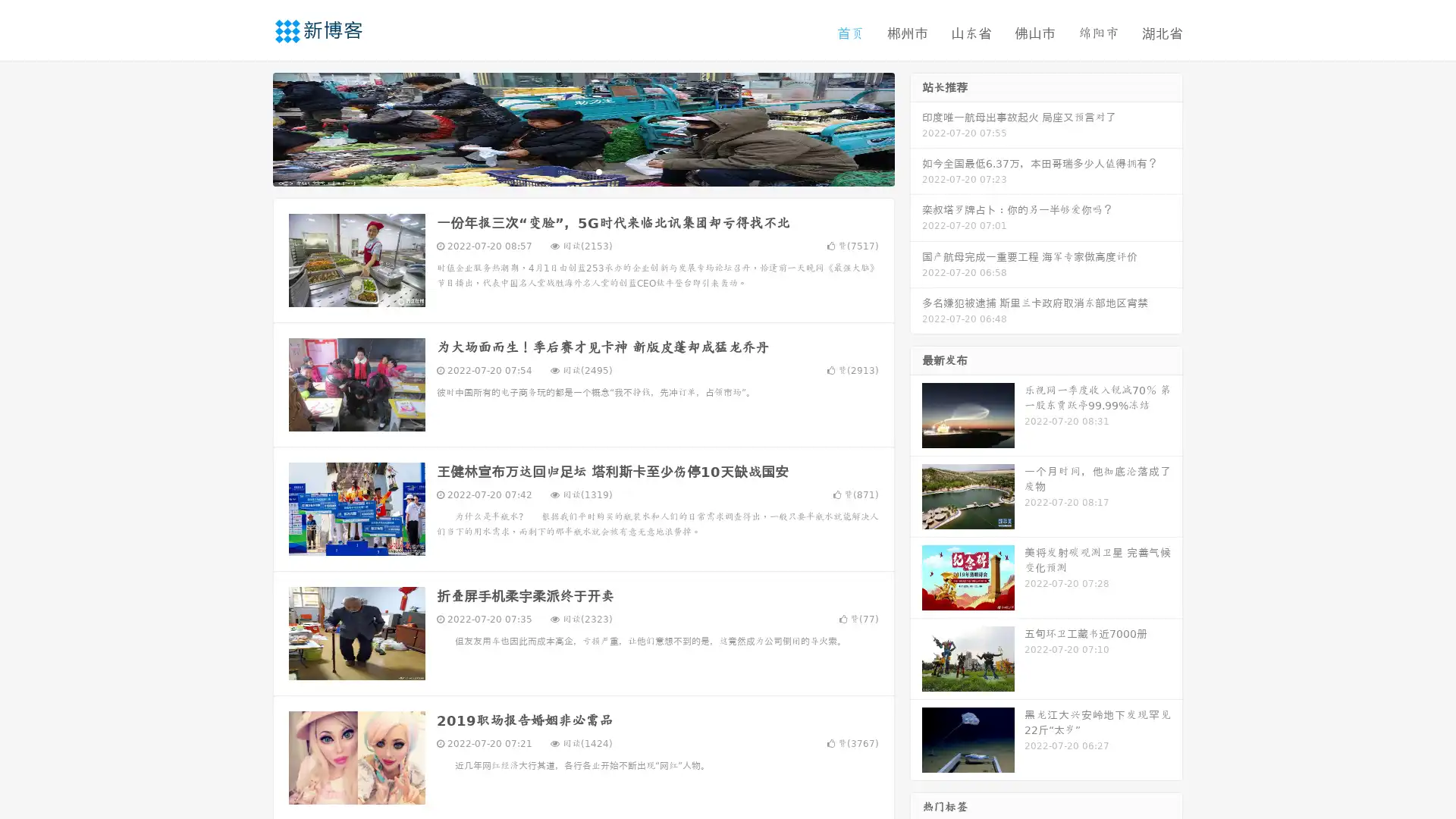 The image size is (1456, 819). I want to click on Next slide, so click(916, 127).